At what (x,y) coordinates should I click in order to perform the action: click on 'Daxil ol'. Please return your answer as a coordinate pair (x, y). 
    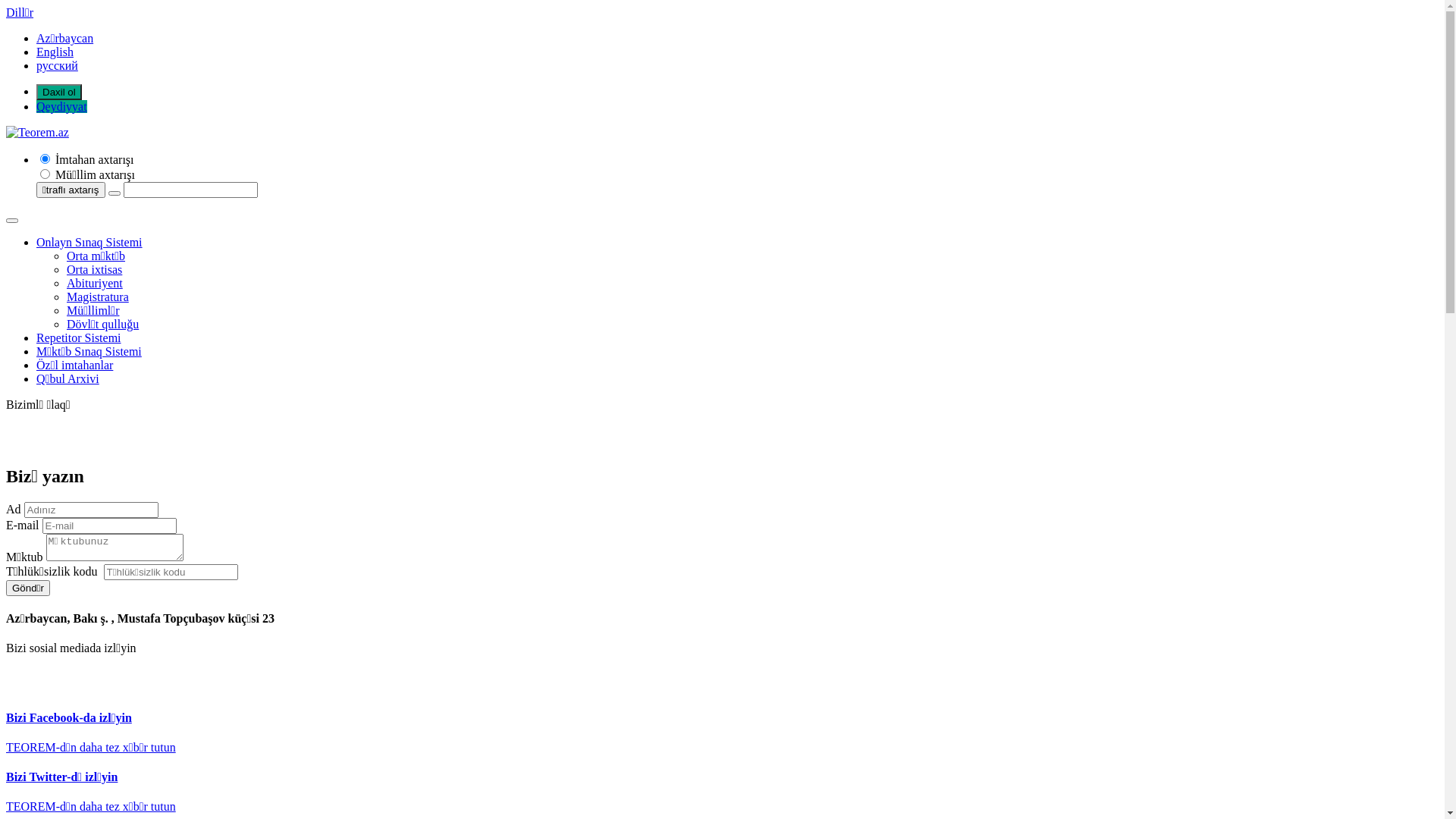
    Looking at the image, I should click on (58, 92).